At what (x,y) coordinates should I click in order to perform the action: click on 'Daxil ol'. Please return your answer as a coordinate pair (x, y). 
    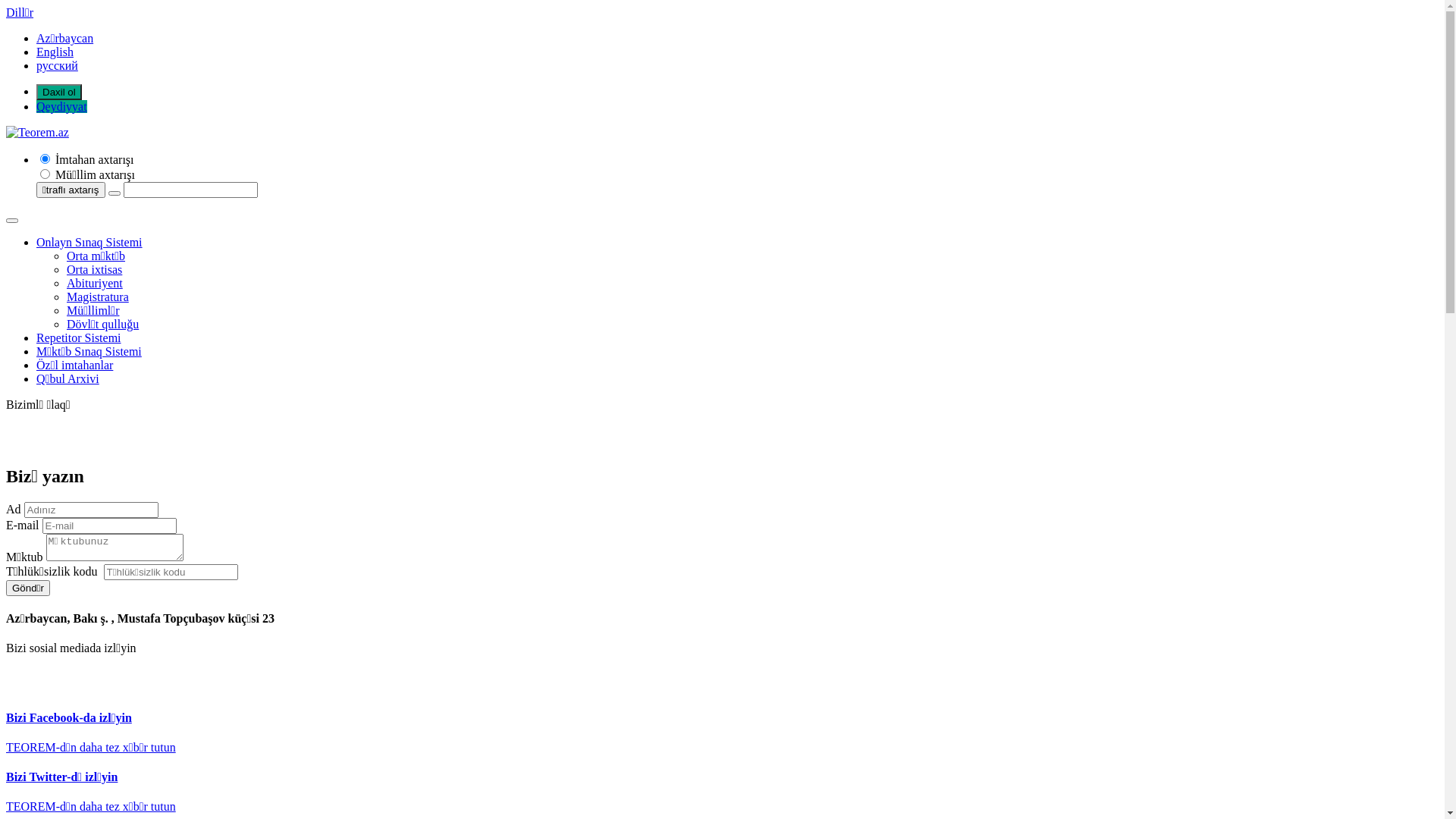
    Looking at the image, I should click on (58, 92).